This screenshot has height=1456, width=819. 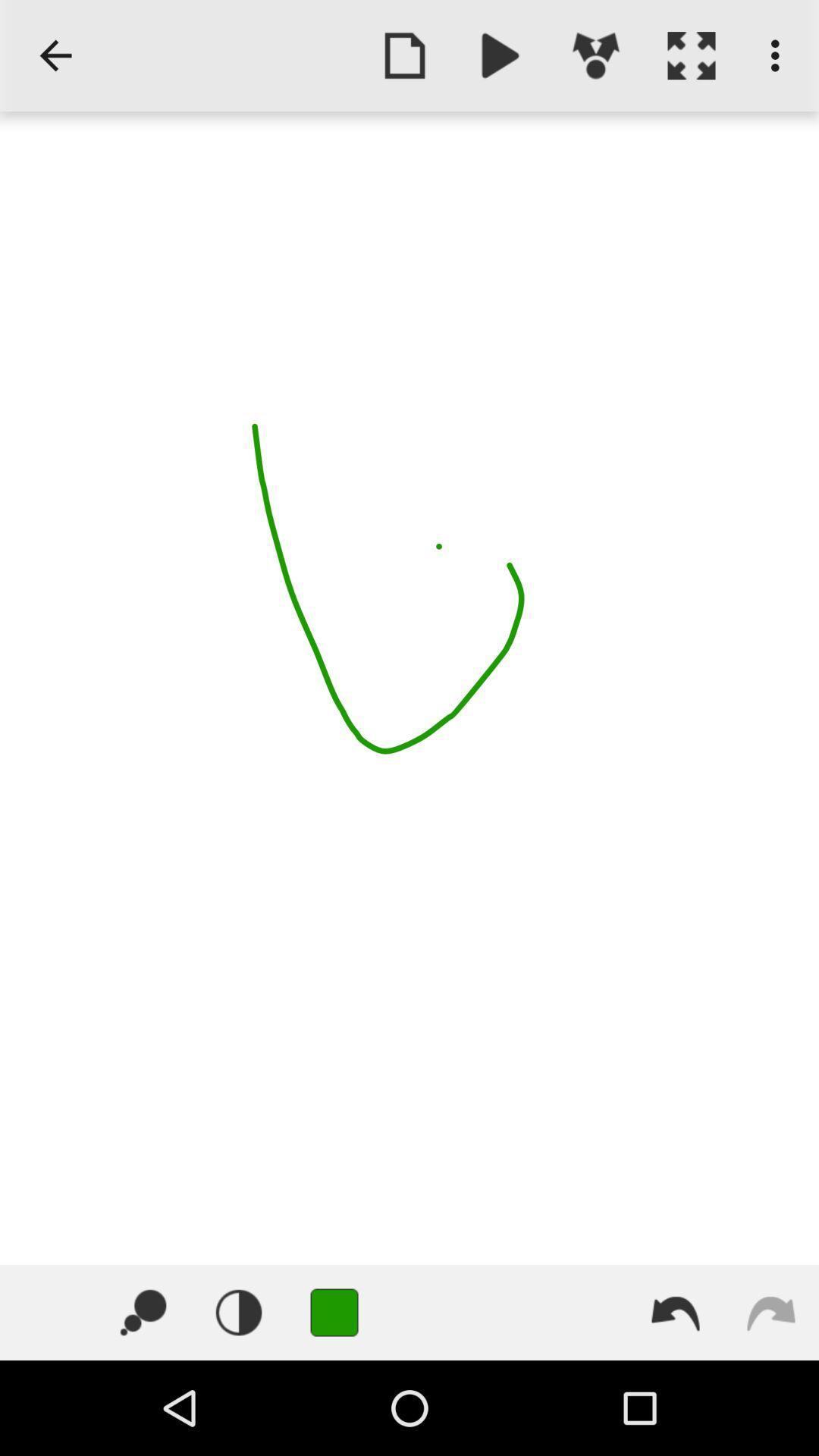 What do you see at coordinates (239, 1312) in the screenshot?
I see `the info icon` at bounding box center [239, 1312].